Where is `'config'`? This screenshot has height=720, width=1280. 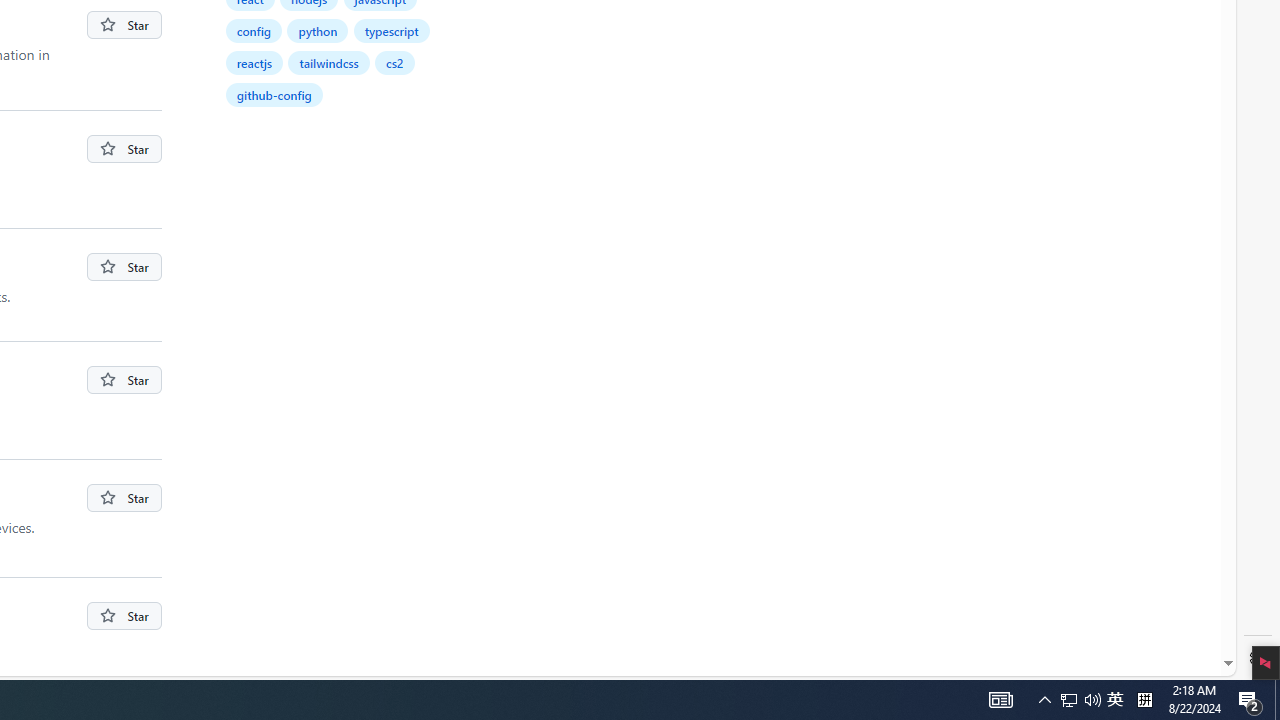
'config' is located at coordinates (253, 30).